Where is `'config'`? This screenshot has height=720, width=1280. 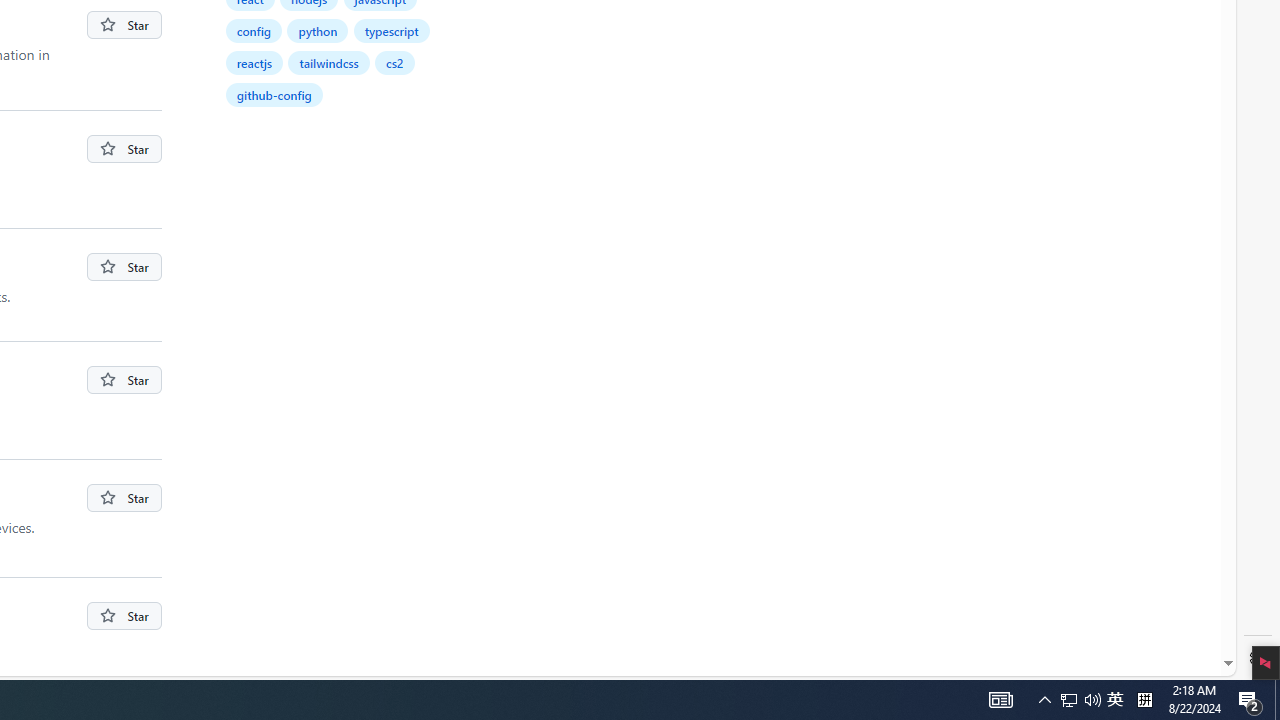
'config' is located at coordinates (253, 30).